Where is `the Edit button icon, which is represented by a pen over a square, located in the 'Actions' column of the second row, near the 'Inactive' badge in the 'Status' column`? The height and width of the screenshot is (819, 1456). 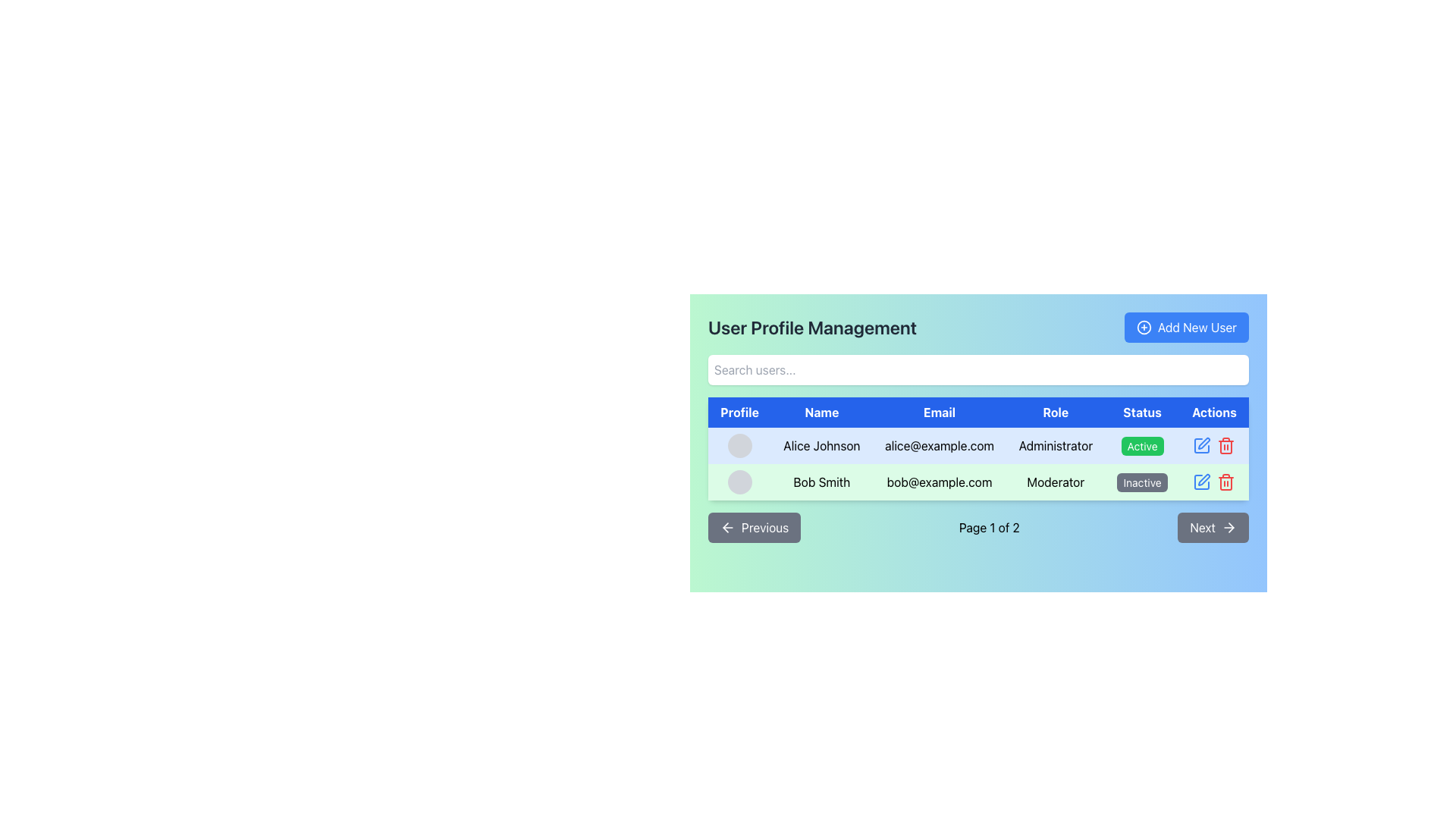 the Edit button icon, which is represented by a pen over a square, located in the 'Actions' column of the second row, near the 'Inactive' badge in the 'Status' column is located at coordinates (1201, 482).